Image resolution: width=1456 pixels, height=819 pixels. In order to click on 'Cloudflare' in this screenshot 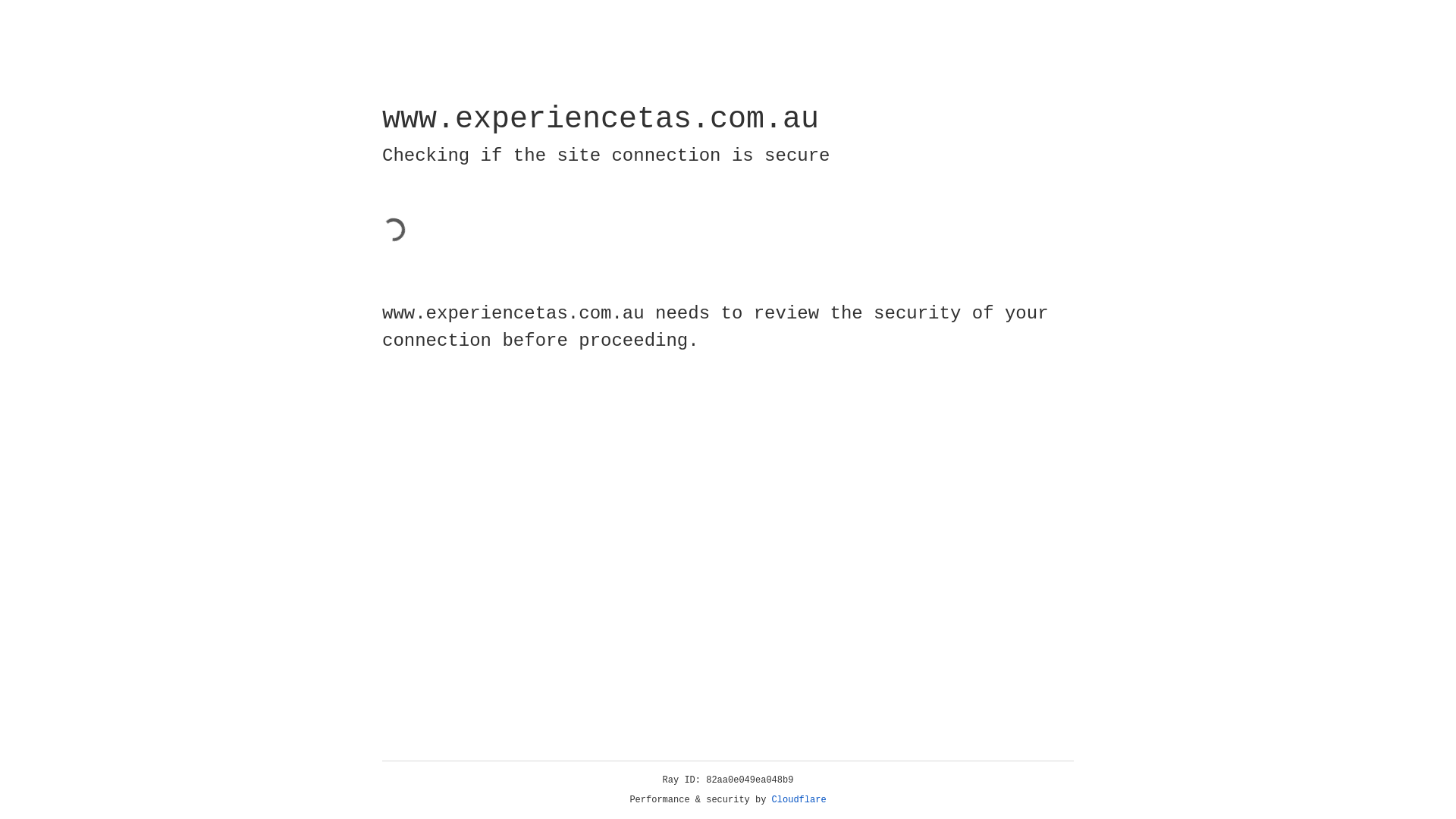, I will do `click(771, 799)`.